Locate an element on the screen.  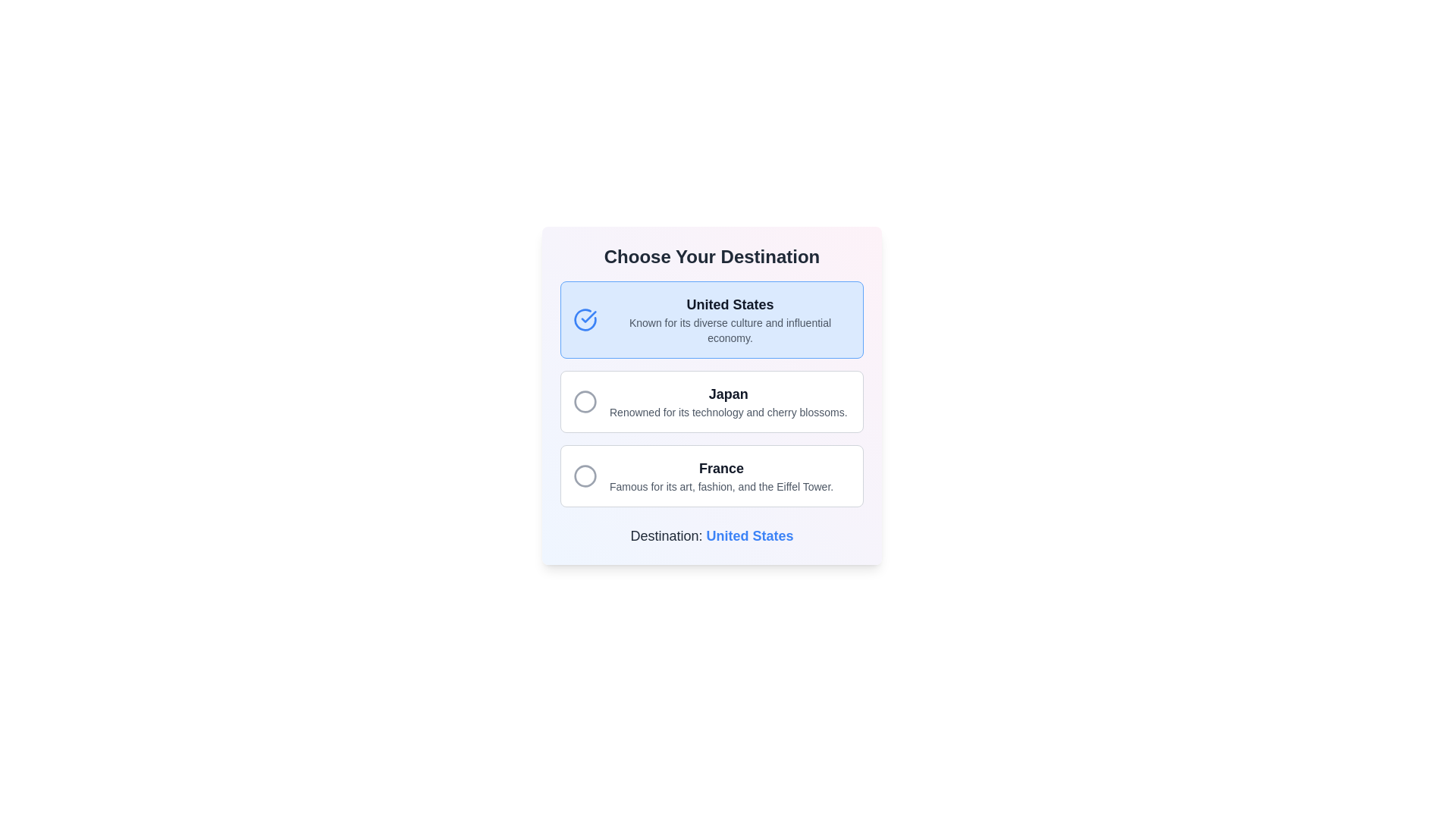
the Text Label displaying 'Famous for its art, fashion, and the Eiffel Tower.' which is located directly below the text 'France' is located at coordinates (720, 486).